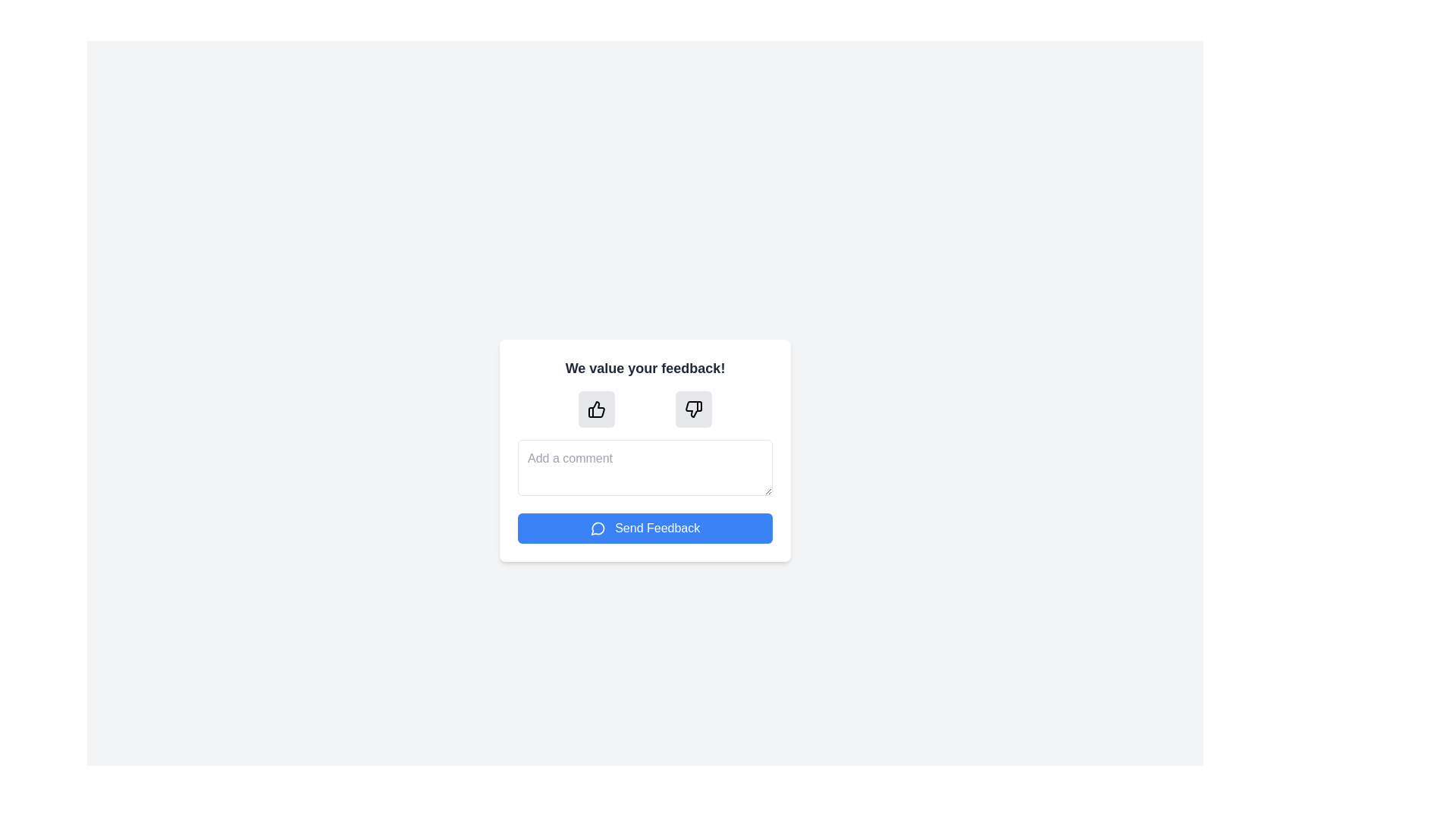 This screenshot has height=819, width=1456. What do you see at coordinates (693, 408) in the screenshot?
I see `the negative feedback button located to the right of the 'thumb up' button to change its background color` at bounding box center [693, 408].